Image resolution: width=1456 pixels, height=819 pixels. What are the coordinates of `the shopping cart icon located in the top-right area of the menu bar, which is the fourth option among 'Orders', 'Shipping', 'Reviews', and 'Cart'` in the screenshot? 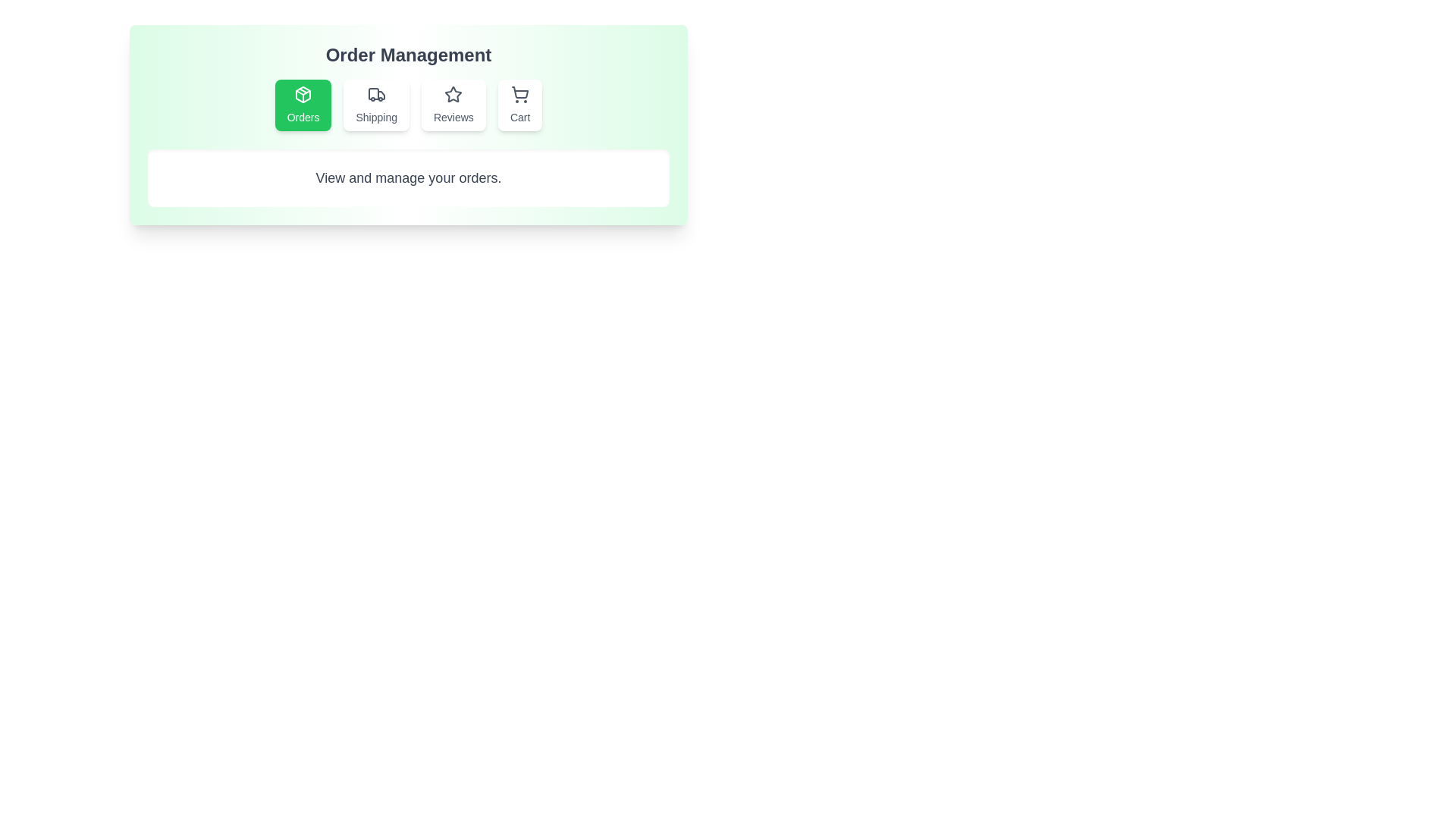 It's located at (520, 93).